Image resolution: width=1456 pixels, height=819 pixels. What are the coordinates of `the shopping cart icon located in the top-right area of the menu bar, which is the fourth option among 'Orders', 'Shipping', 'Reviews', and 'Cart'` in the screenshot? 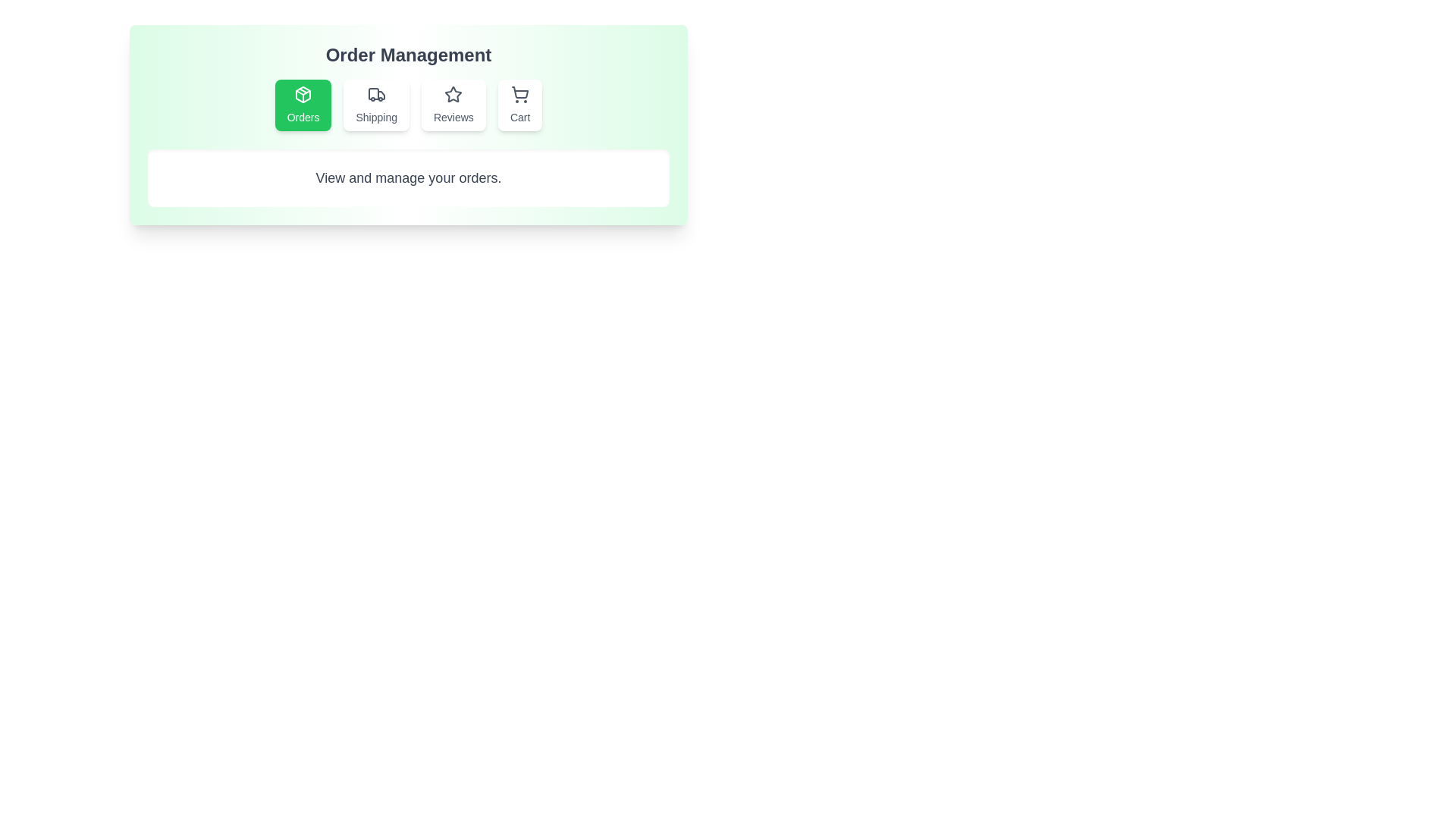 It's located at (520, 93).